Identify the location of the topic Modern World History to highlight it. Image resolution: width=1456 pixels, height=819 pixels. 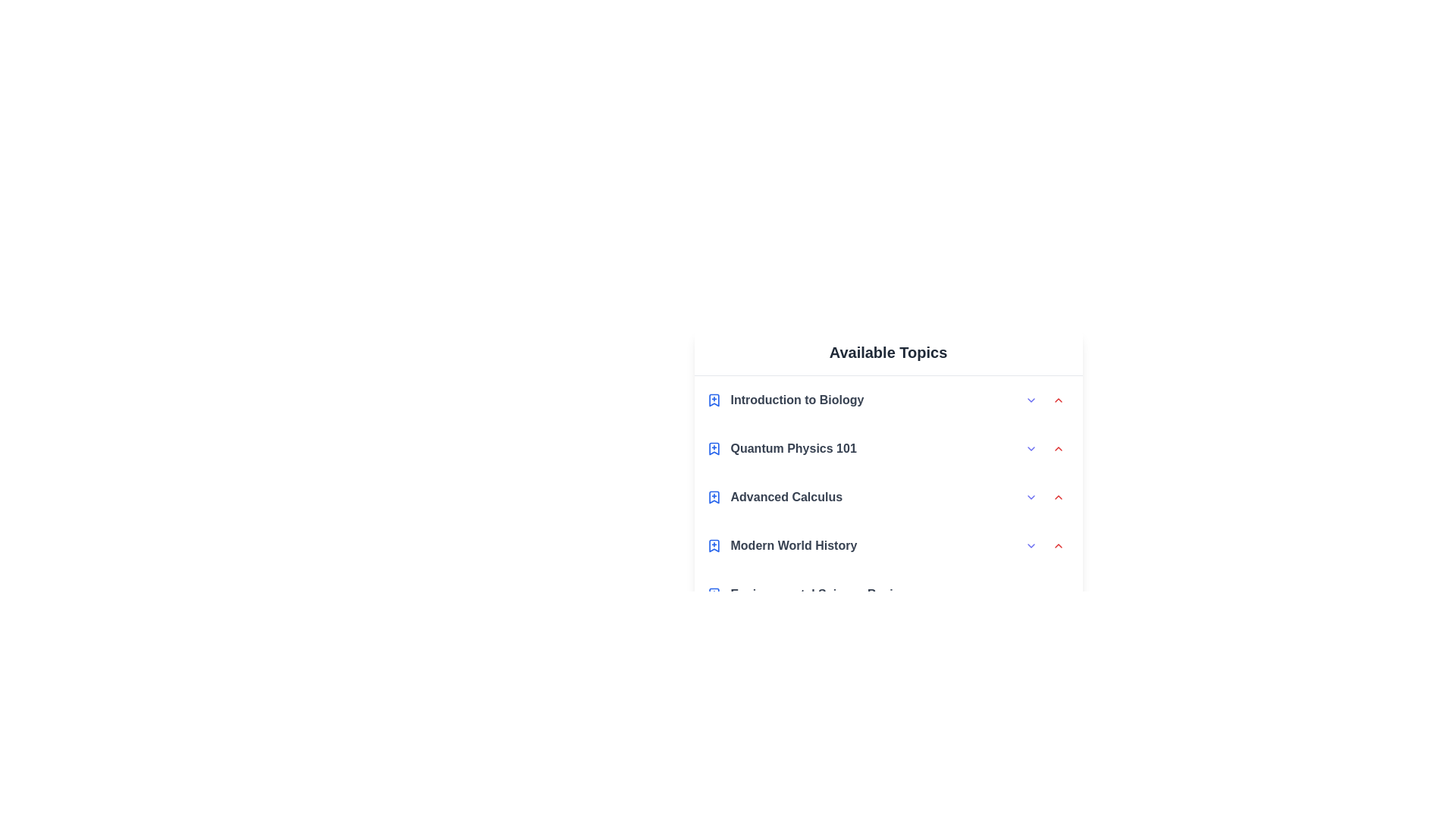
(888, 546).